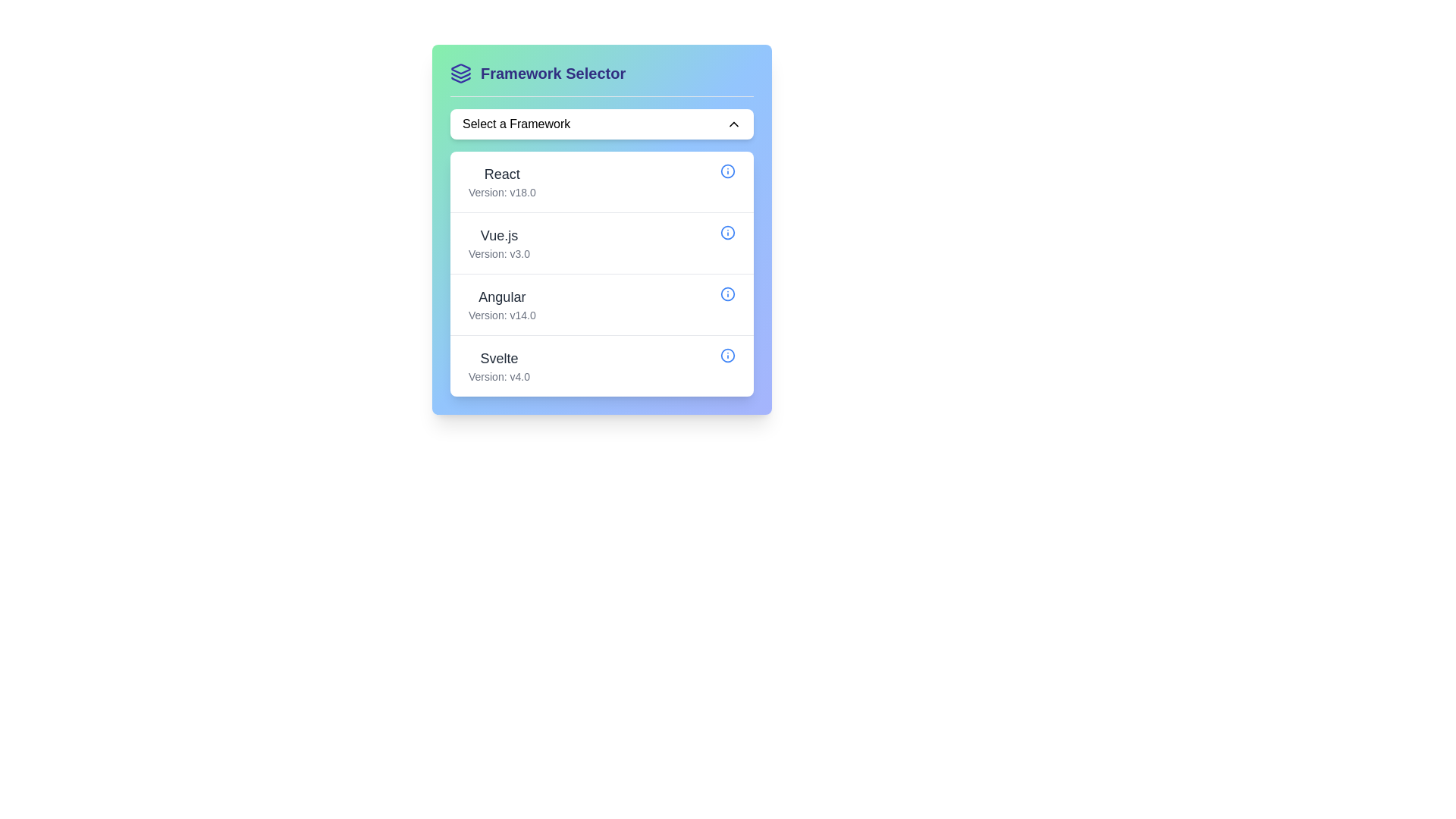  What do you see at coordinates (601, 242) in the screenshot?
I see `the 'Vue.js' card` at bounding box center [601, 242].